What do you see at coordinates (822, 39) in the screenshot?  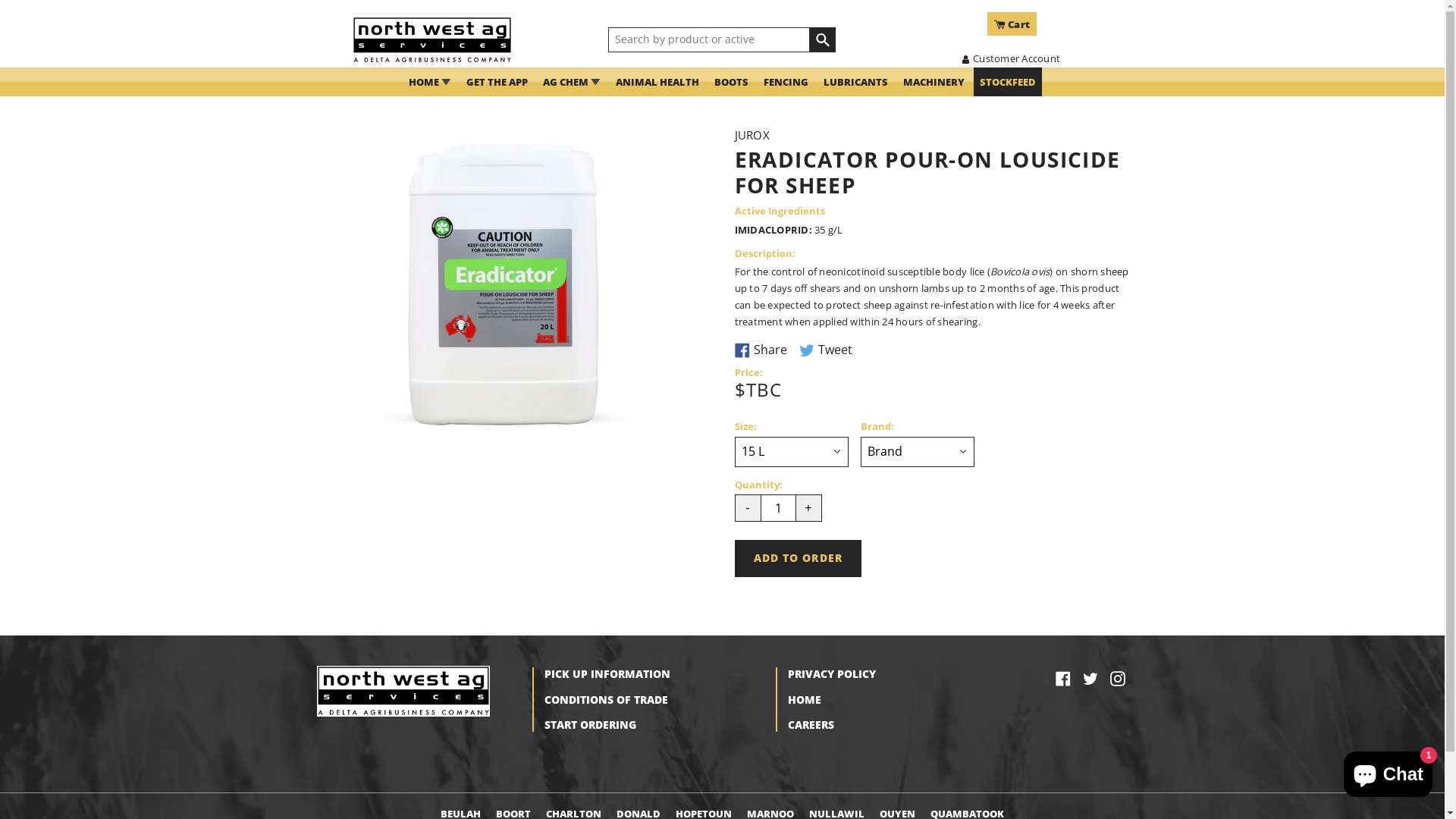 I see `'SEARCH'` at bounding box center [822, 39].